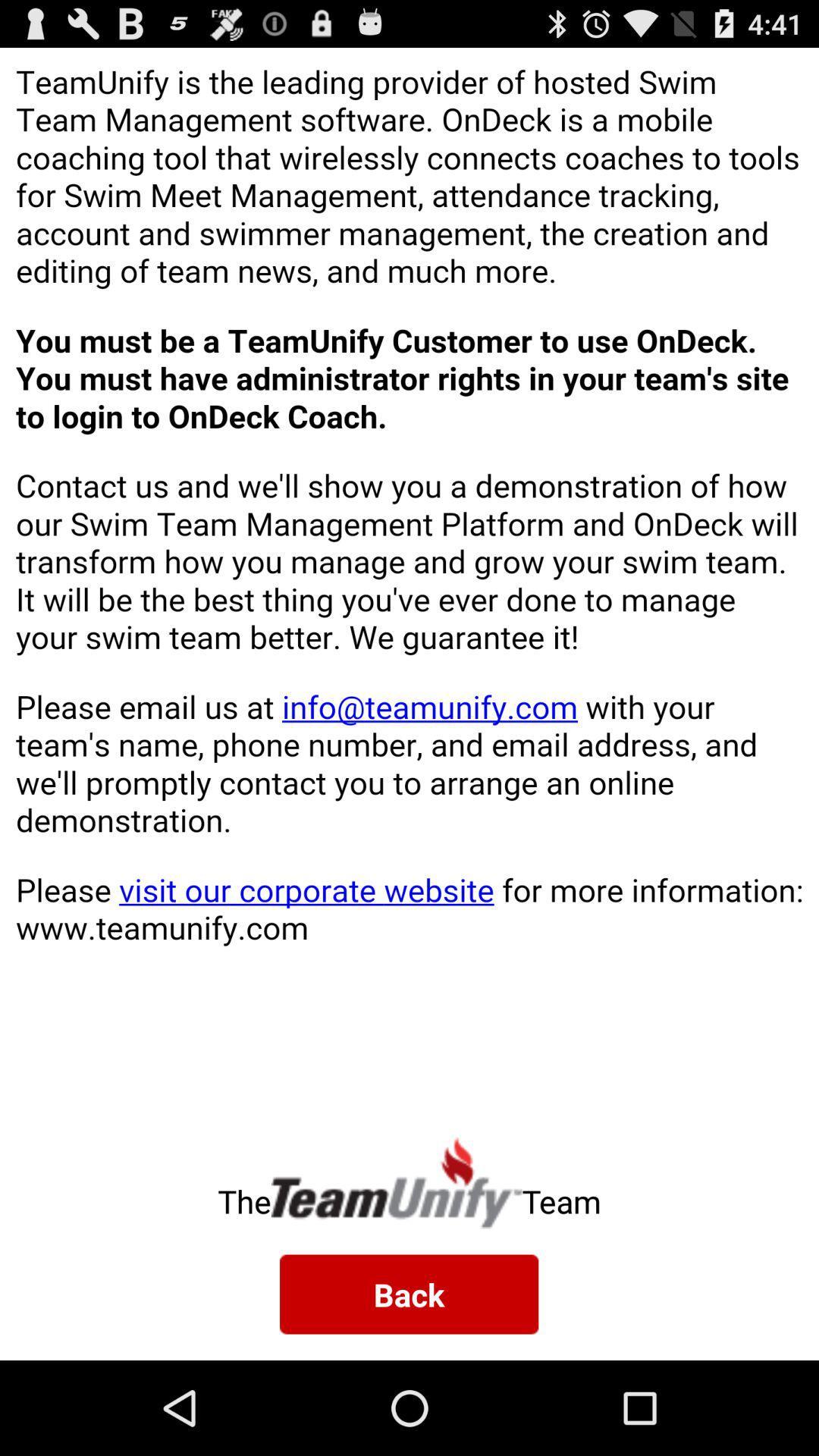 This screenshot has width=819, height=1456. Describe the element at coordinates (409, 579) in the screenshot. I see `color print` at that location.